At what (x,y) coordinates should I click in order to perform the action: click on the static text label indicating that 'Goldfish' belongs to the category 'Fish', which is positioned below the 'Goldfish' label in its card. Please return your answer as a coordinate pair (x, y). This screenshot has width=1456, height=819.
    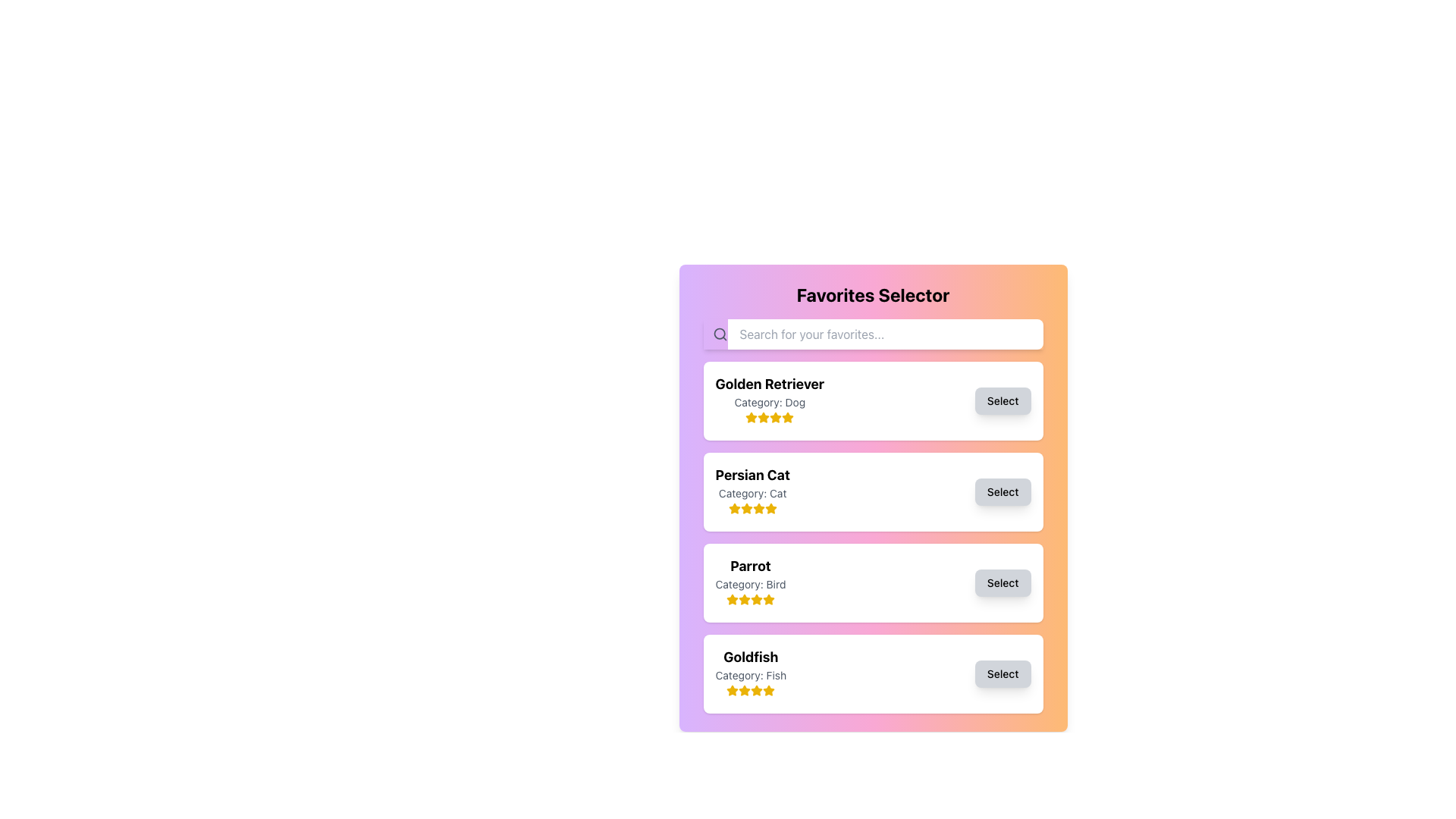
    Looking at the image, I should click on (751, 675).